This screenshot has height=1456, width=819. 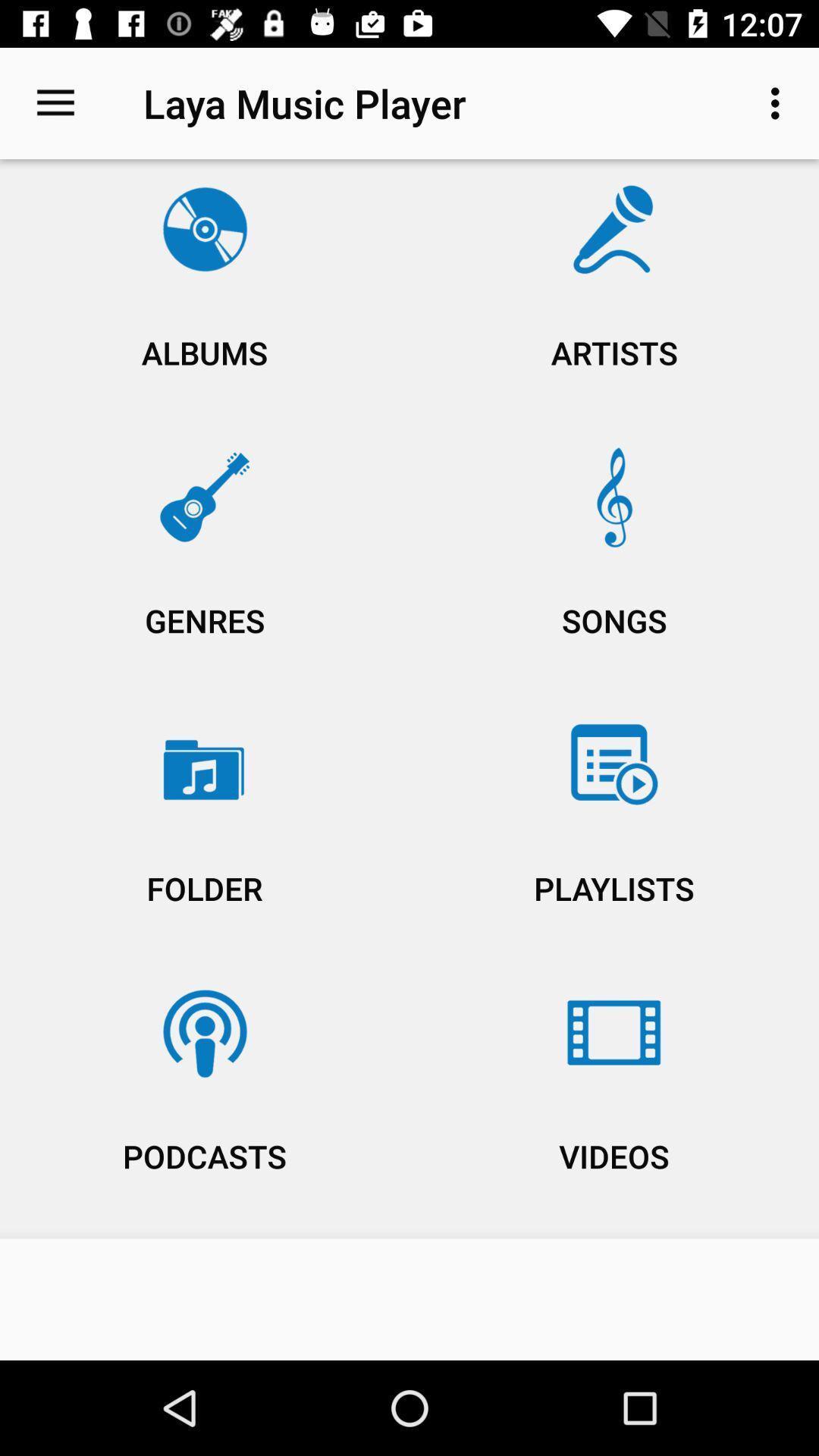 I want to click on icon next to the albums icon, so click(x=614, y=297).